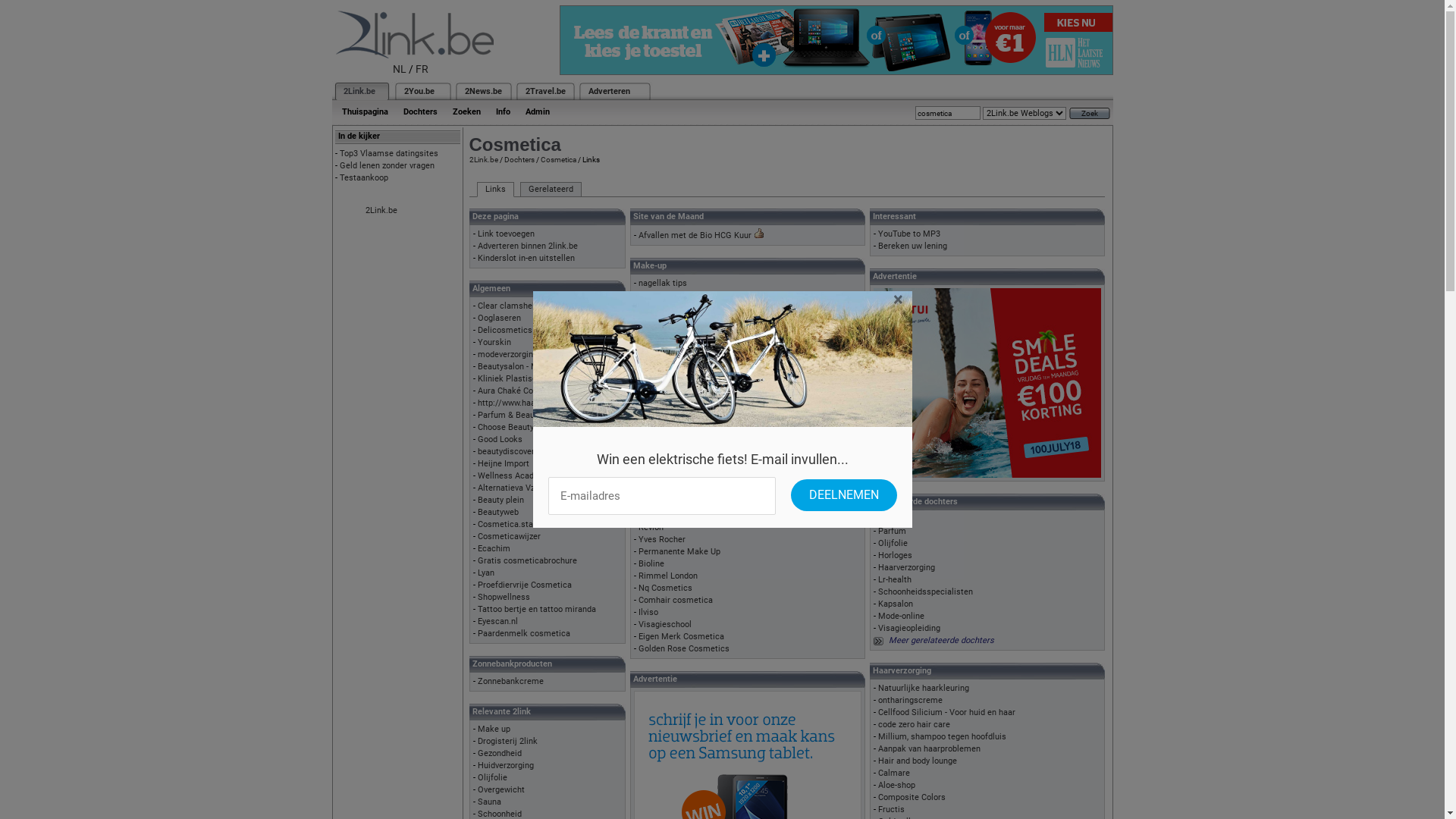 This screenshot has width=1456, height=819. Describe the element at coordinates (638, 587) in the screenshot. I see `'Nq Cosmetics'` at that location.